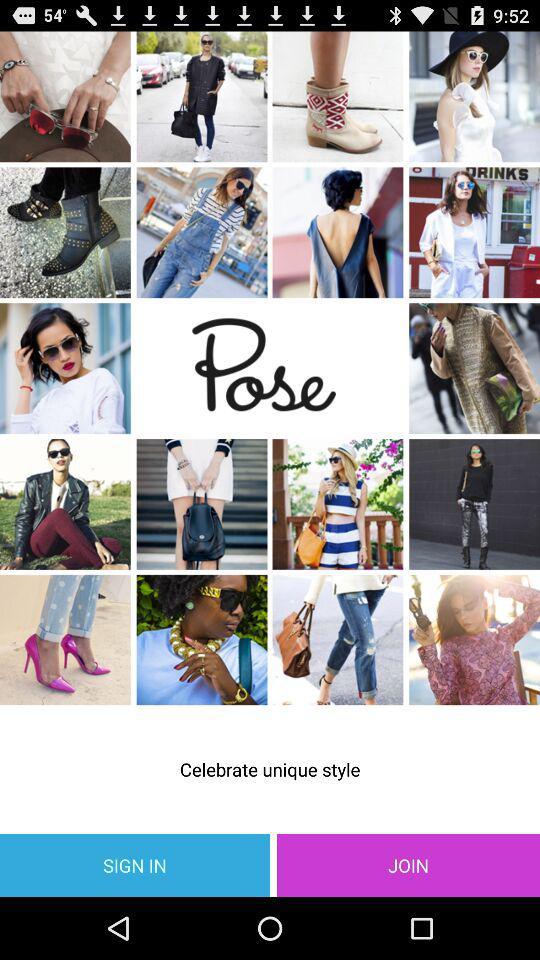 The width and height of the screenshot is (540, 960). I want to click on item below celebrate unique style, so click(407, 864).